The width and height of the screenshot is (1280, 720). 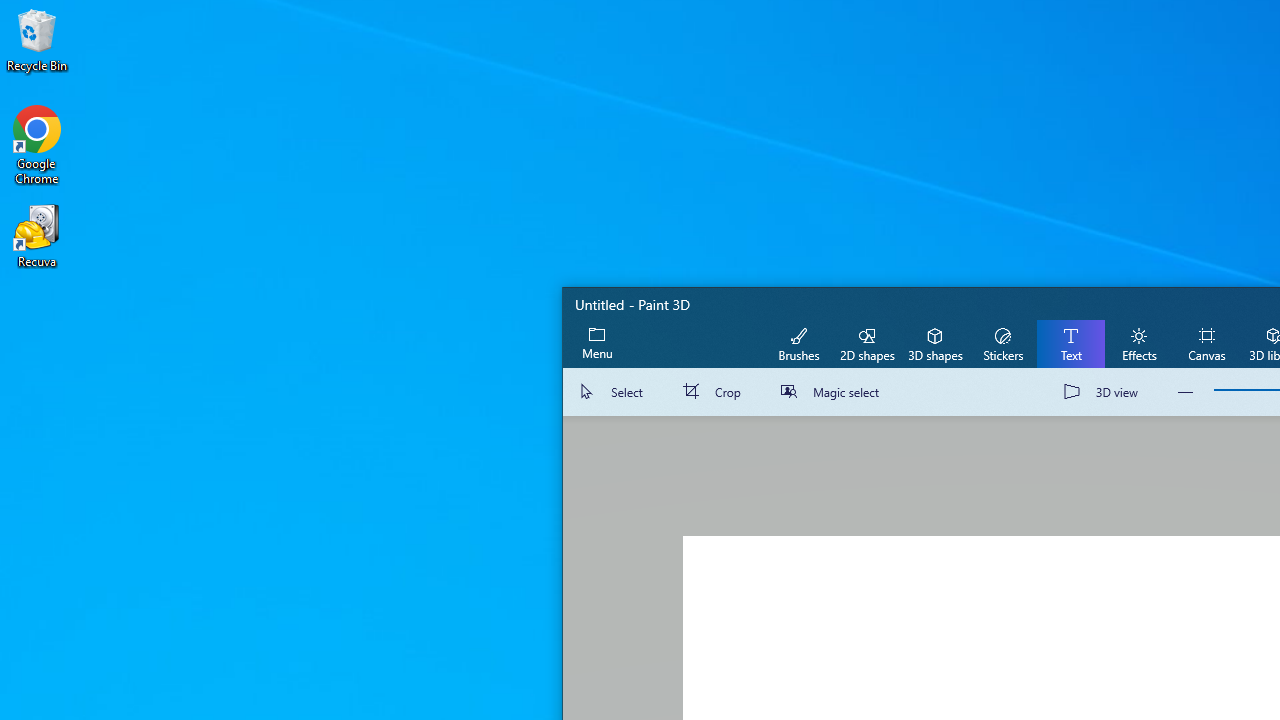 I want to click on 'Stickers', so click(x=1002, y=342).